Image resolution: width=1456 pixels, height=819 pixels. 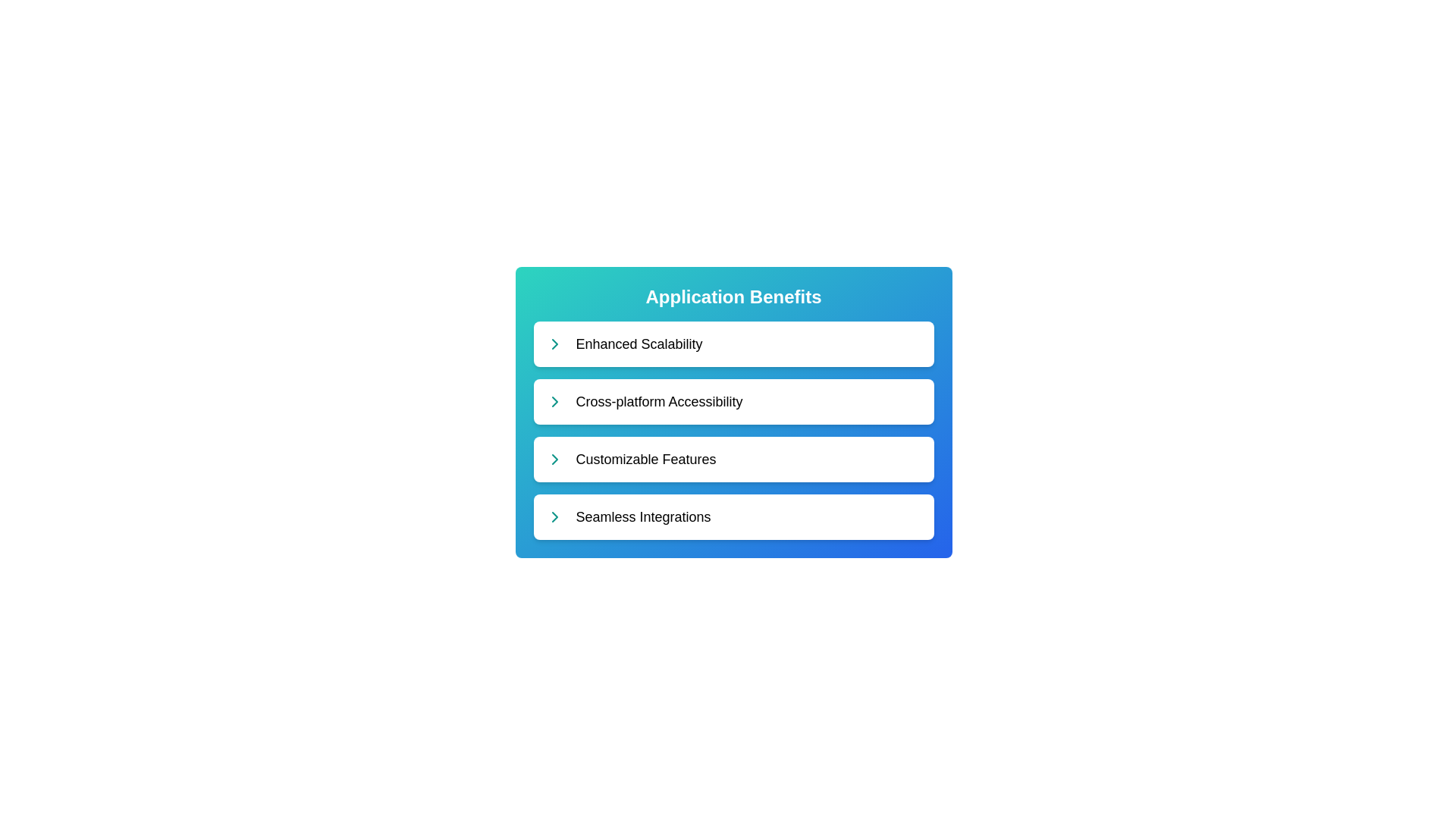 What do you see at coordinates (646, 458) in the screenshot?
I see `the text label in the third row of the 'Application Benefits' section, which is positioned to the right of the right-arrow icon` at bounding box center [646, 458].